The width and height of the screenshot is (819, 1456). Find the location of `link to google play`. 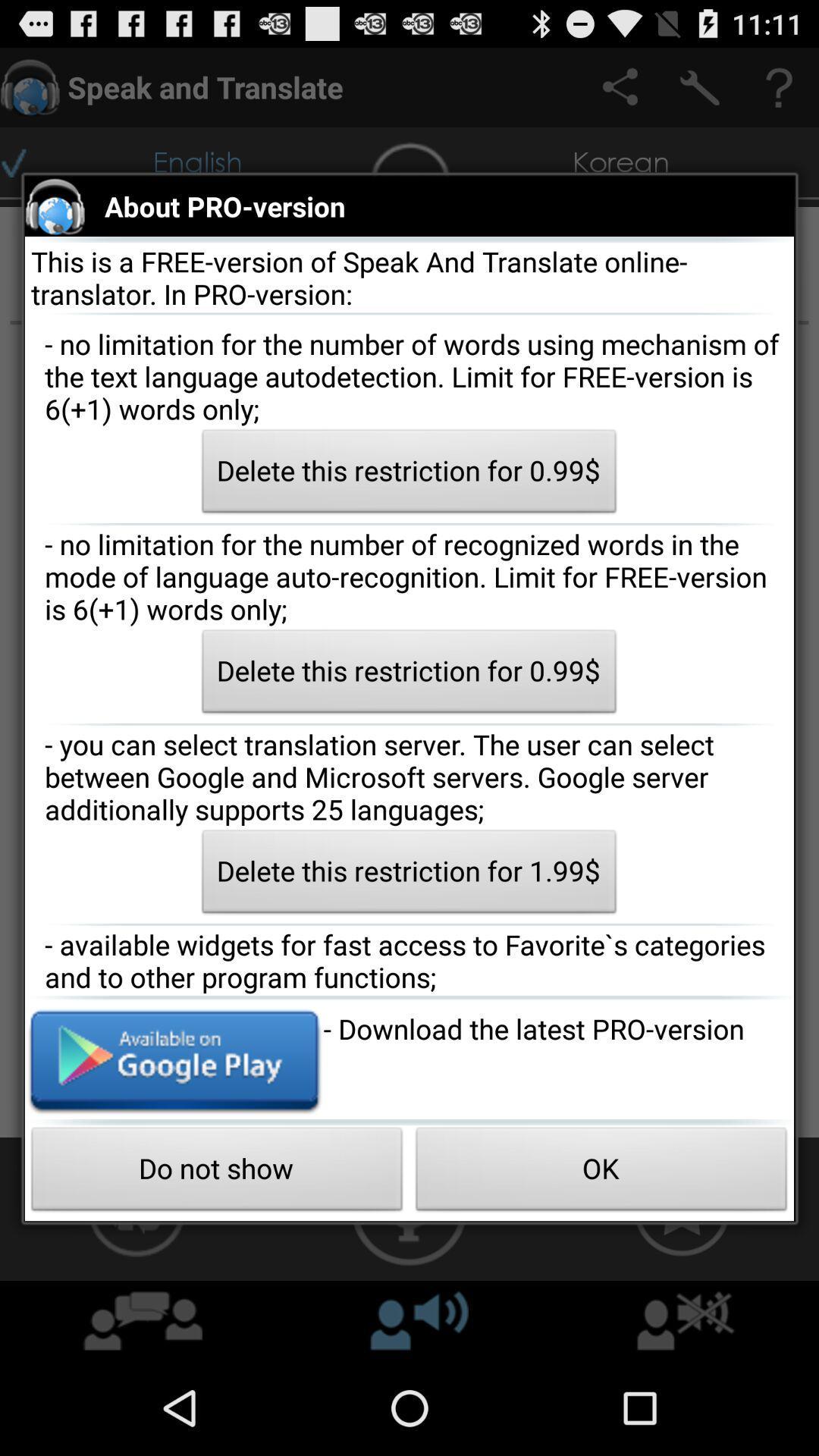

link to google play is located at coordinates (173, 1059).